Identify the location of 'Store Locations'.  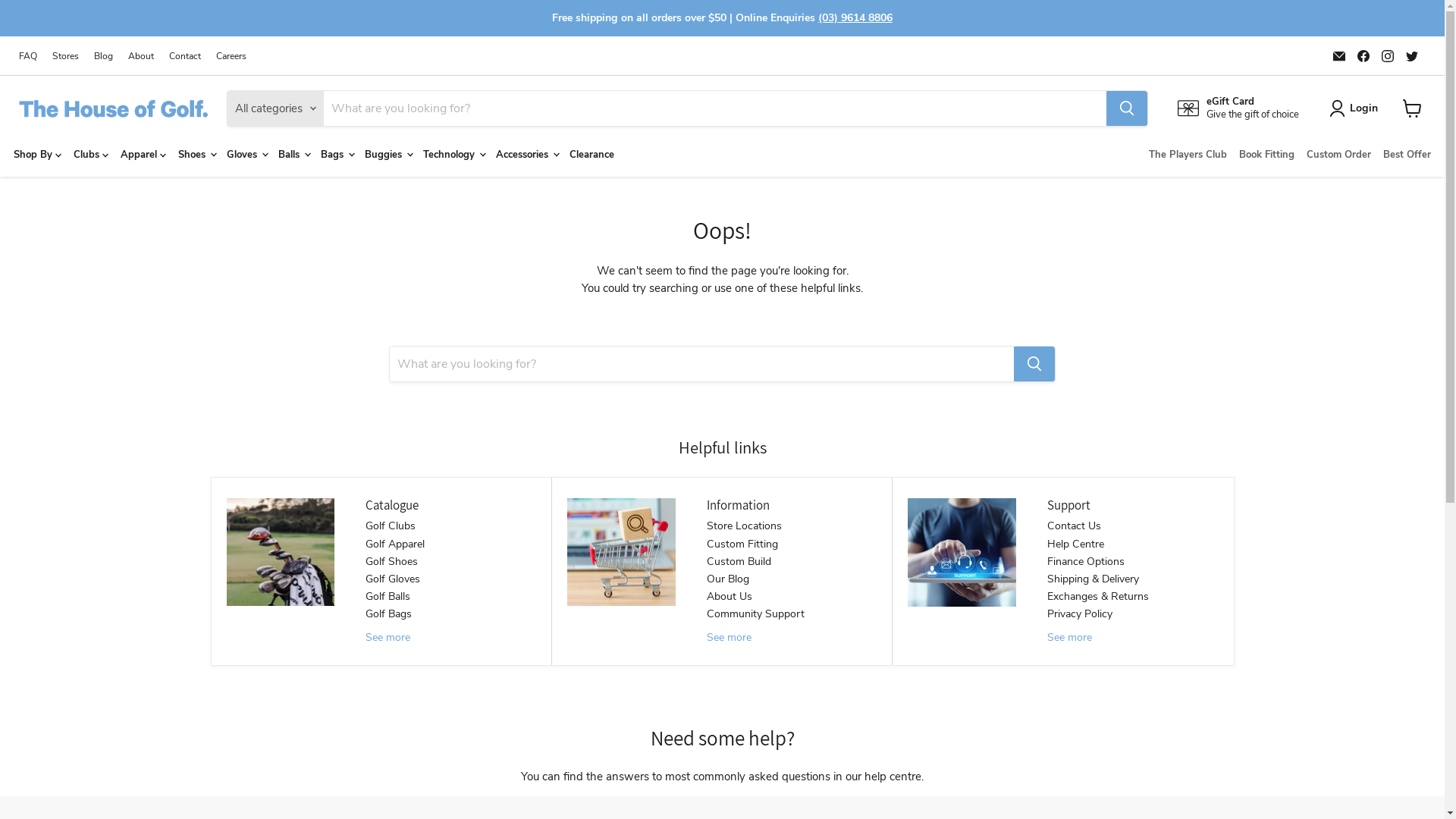
(744, 525).